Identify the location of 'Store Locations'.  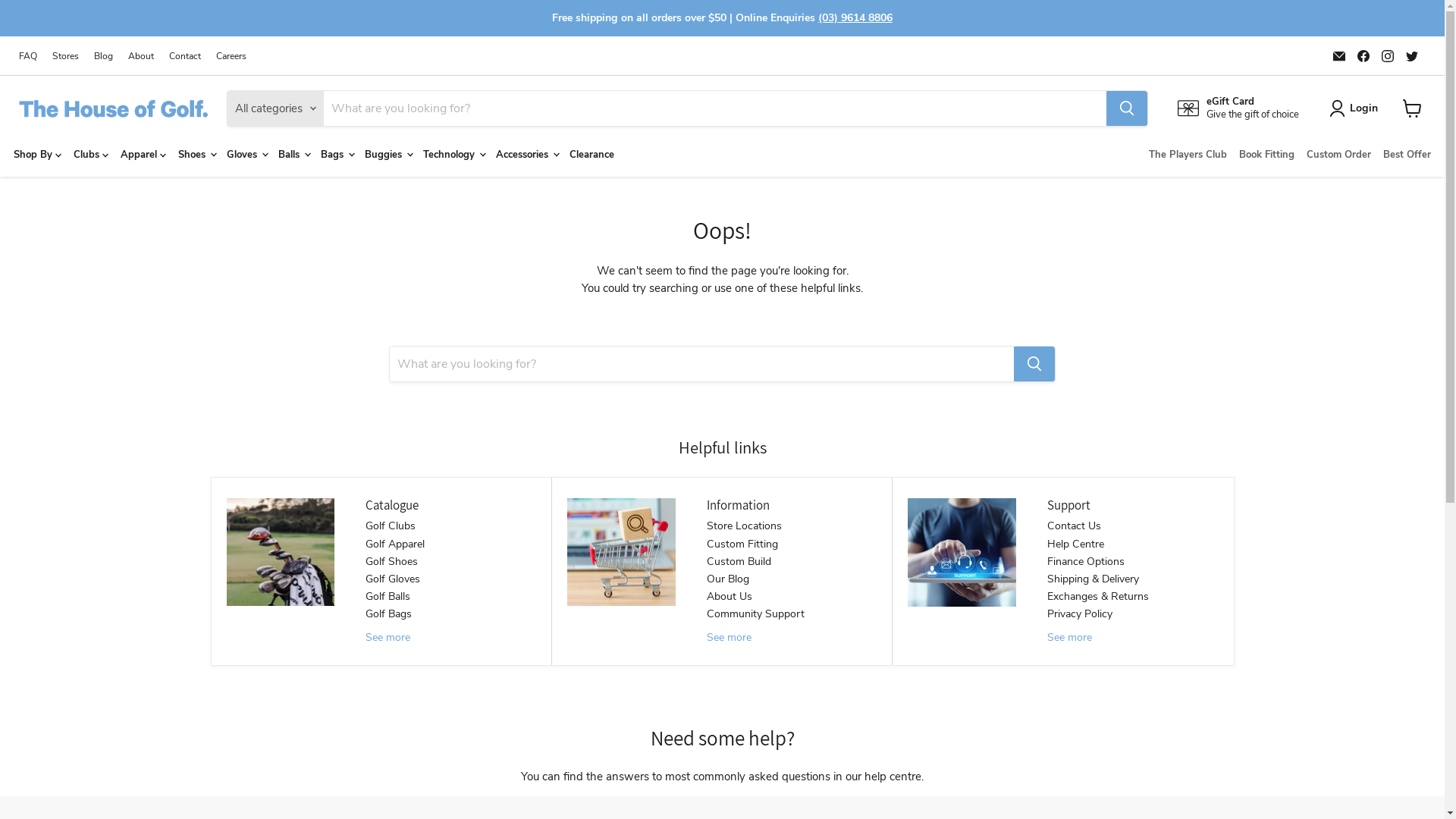
(744, 525).